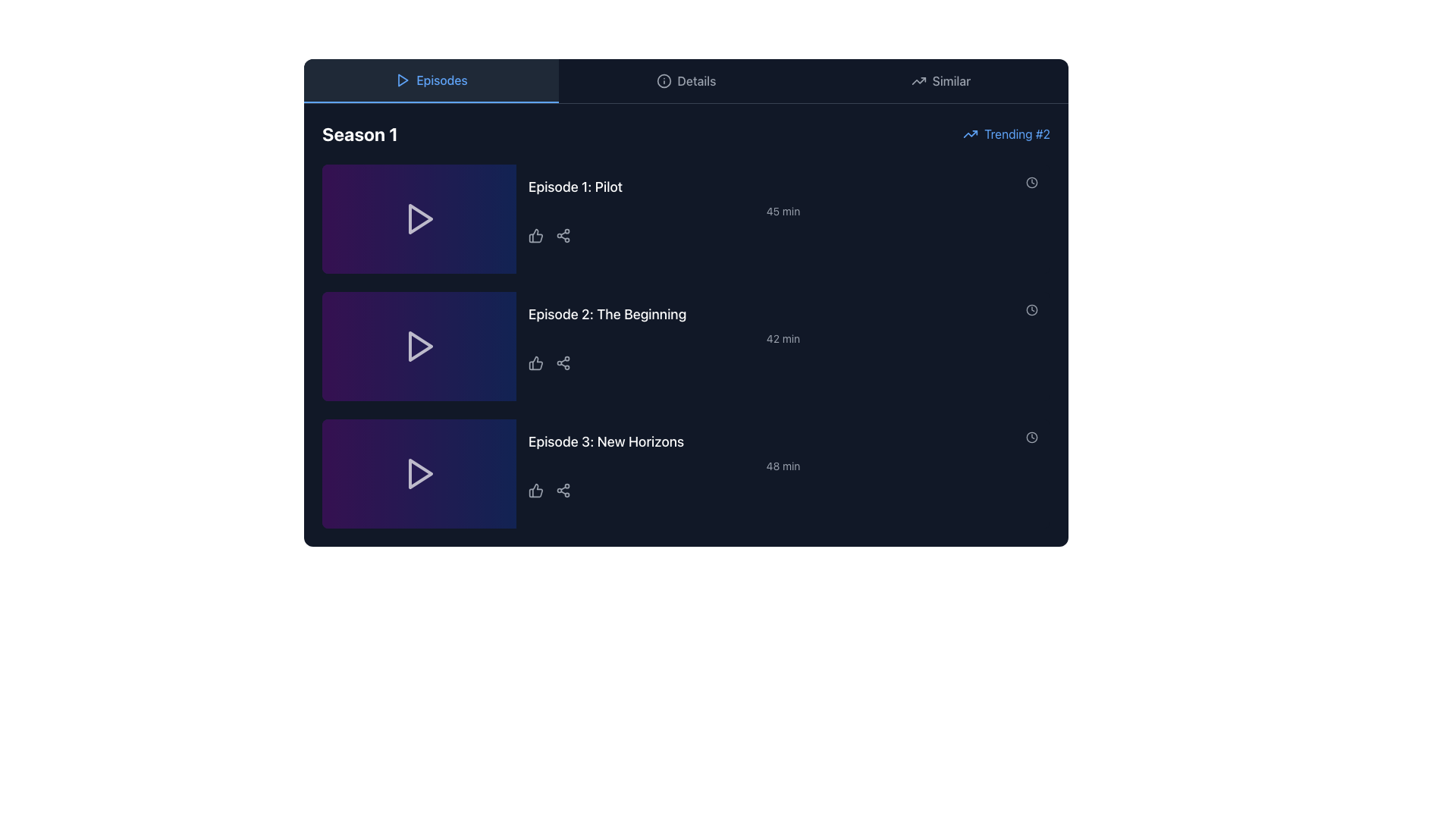  What do you see at coordinates (940, 81) in the screenshot?
I see `the 'Similar' tab, which is the third tab in a horizontal row of tabs at the top of the list interface` at bounding box center [940, 81].